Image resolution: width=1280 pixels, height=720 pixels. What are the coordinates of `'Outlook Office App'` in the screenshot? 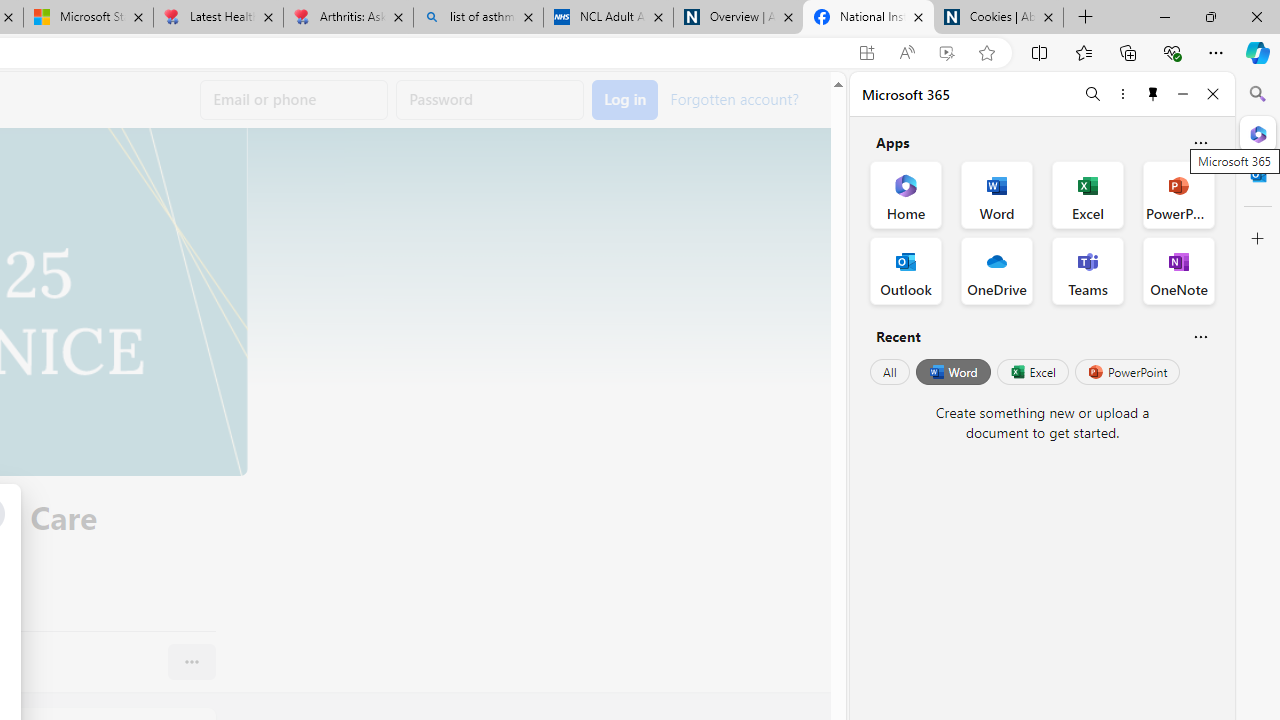 It's located at (905, 271).